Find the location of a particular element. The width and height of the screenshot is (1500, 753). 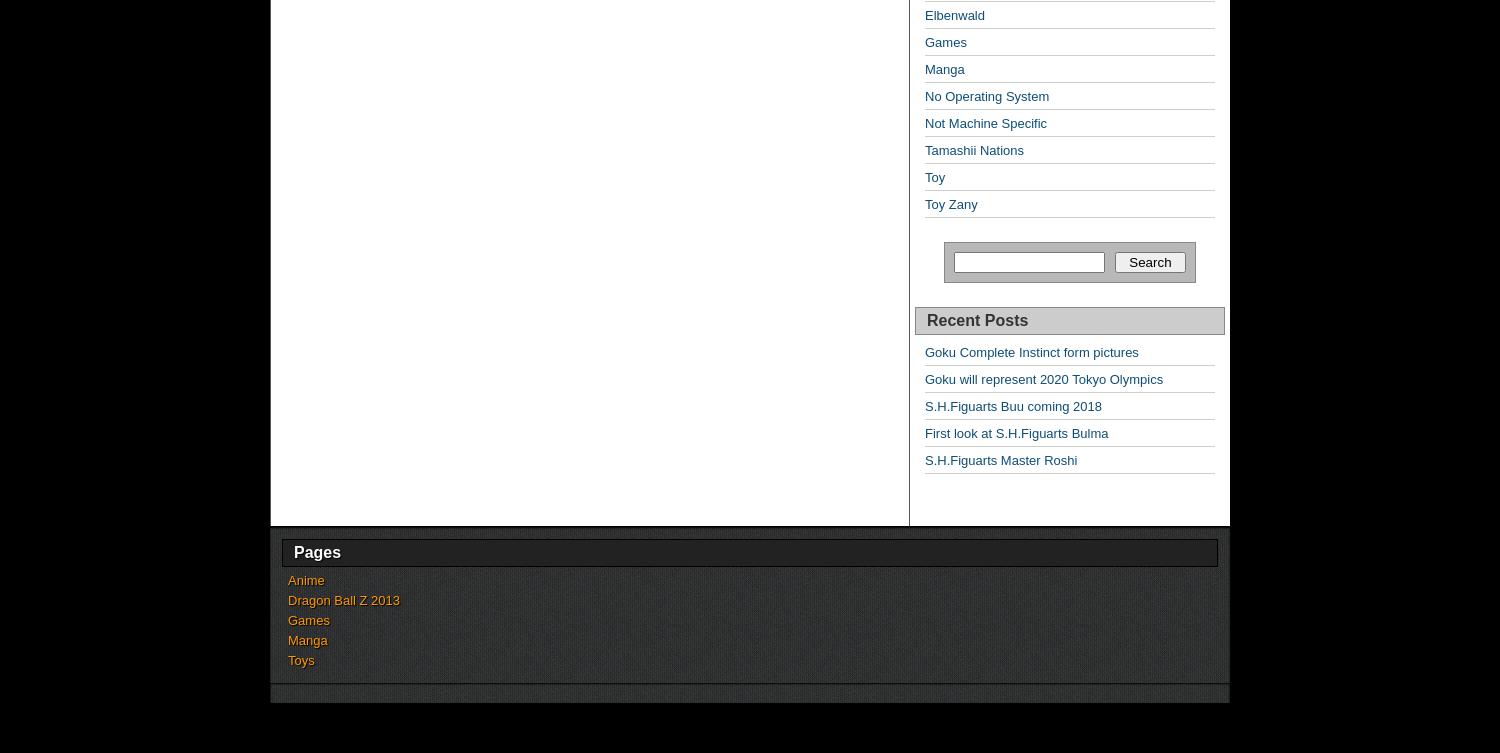

'No Operating System' is located at coordinates (986, 96).